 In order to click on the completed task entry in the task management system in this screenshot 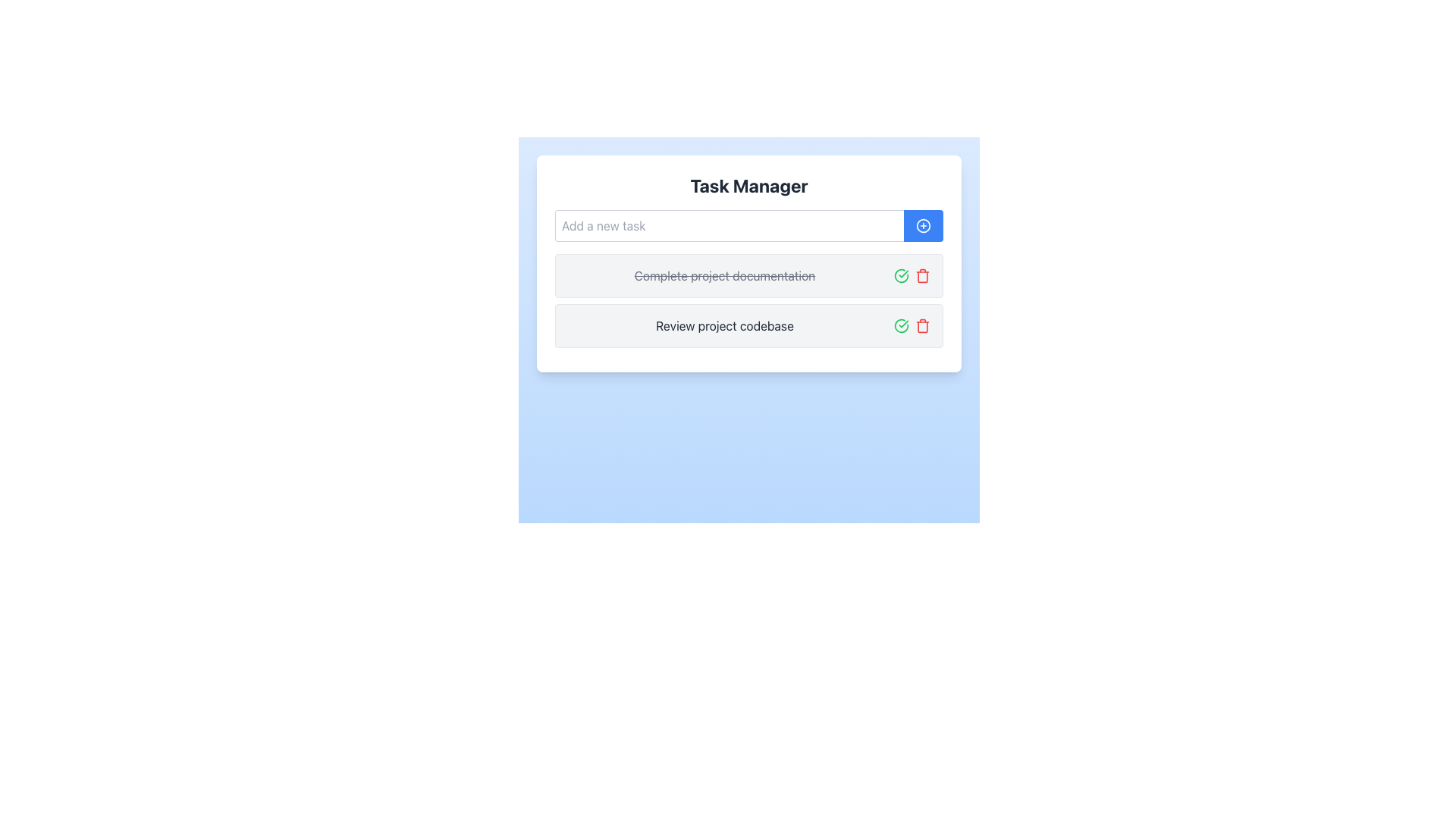, I will do `click(749, 262)`.